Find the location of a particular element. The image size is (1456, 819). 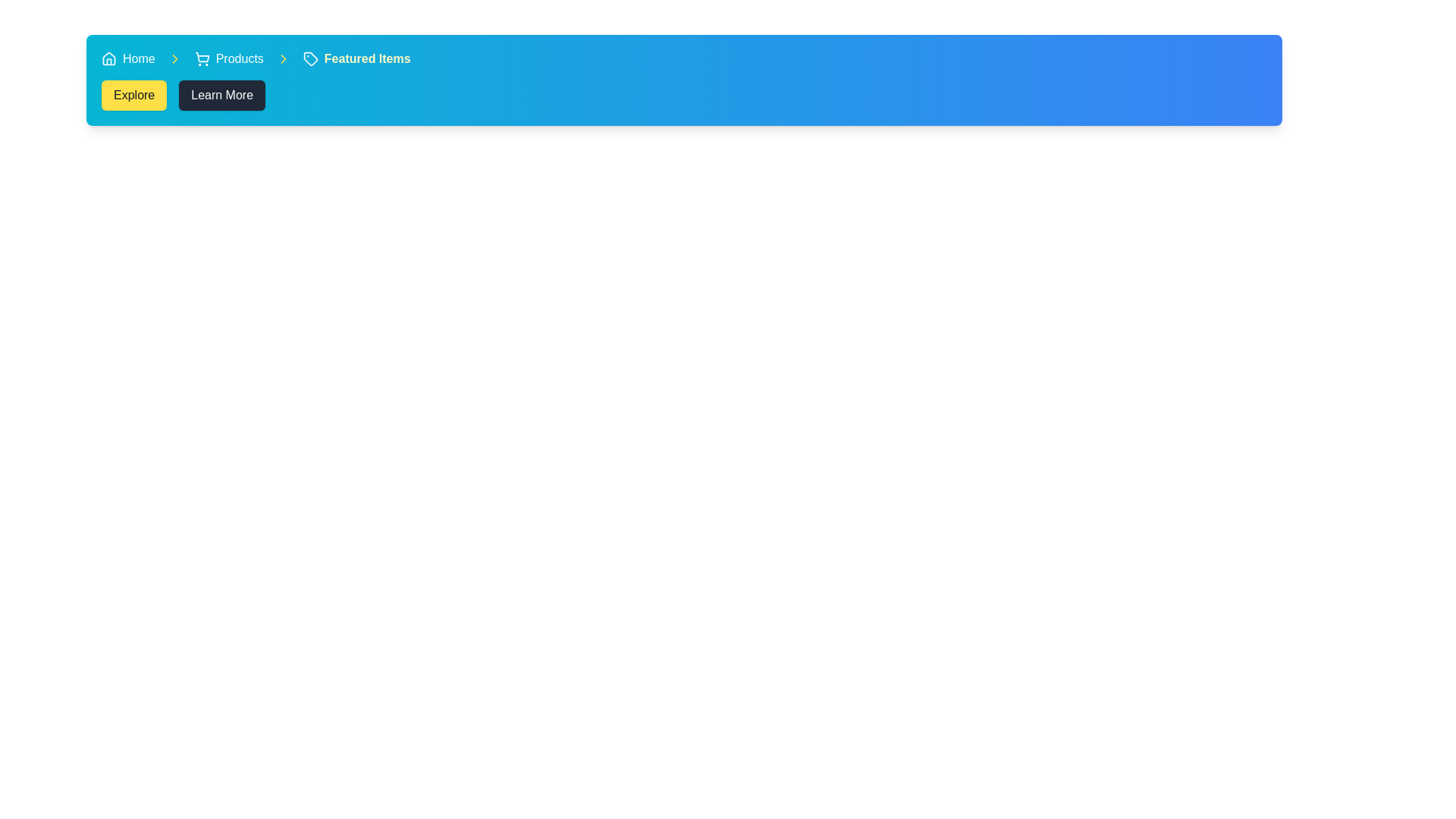

the small shopping cart icon, which is positioned to the left of the 'Products' text label in the navigation breadcrumb trail at the top of the interface is located at coordinates (201, 58).